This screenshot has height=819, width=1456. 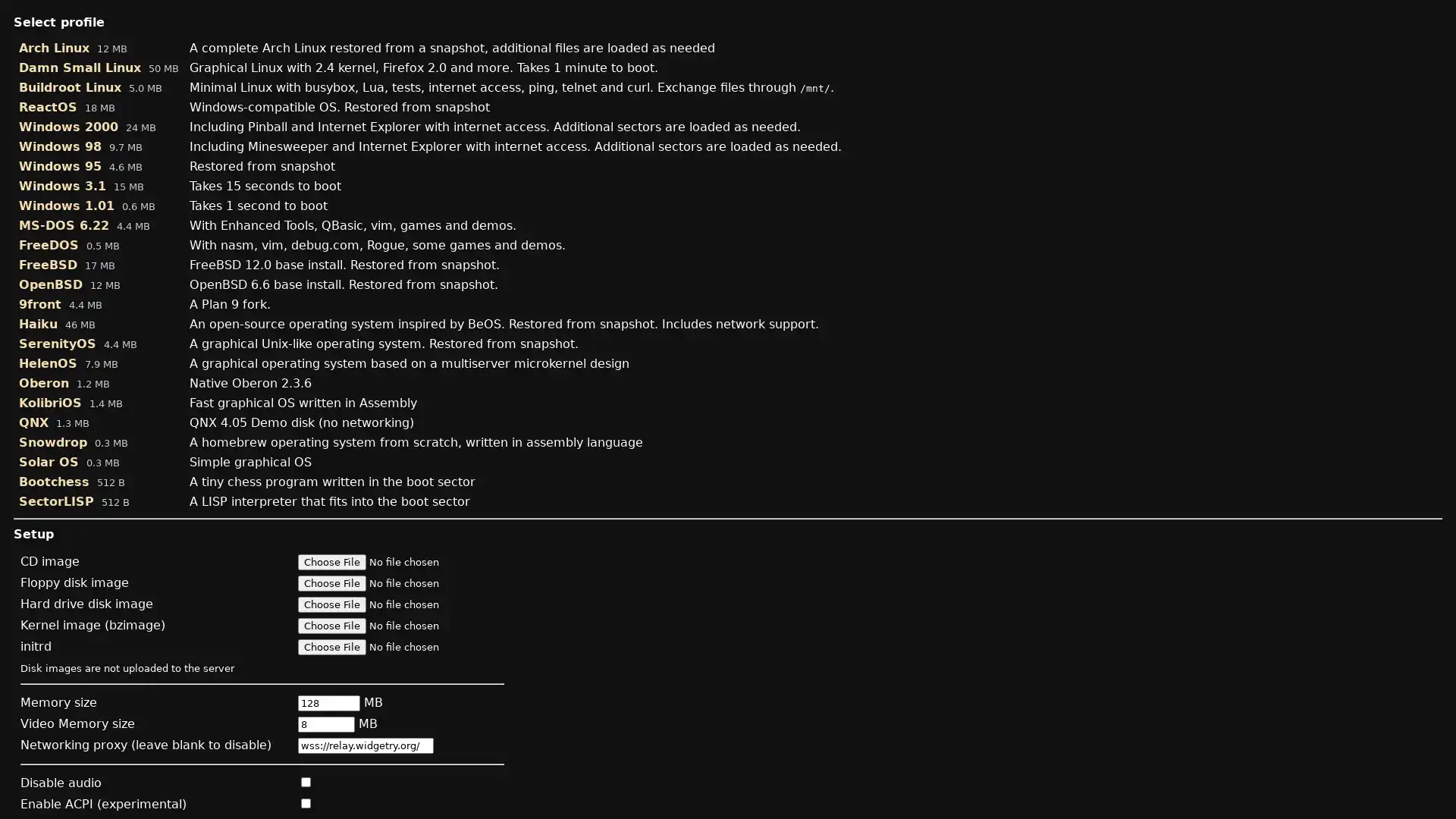 What do you see at coordinates (331, 582) in the screenshot?
I see `Choose File` at bounding box center [331, 582].